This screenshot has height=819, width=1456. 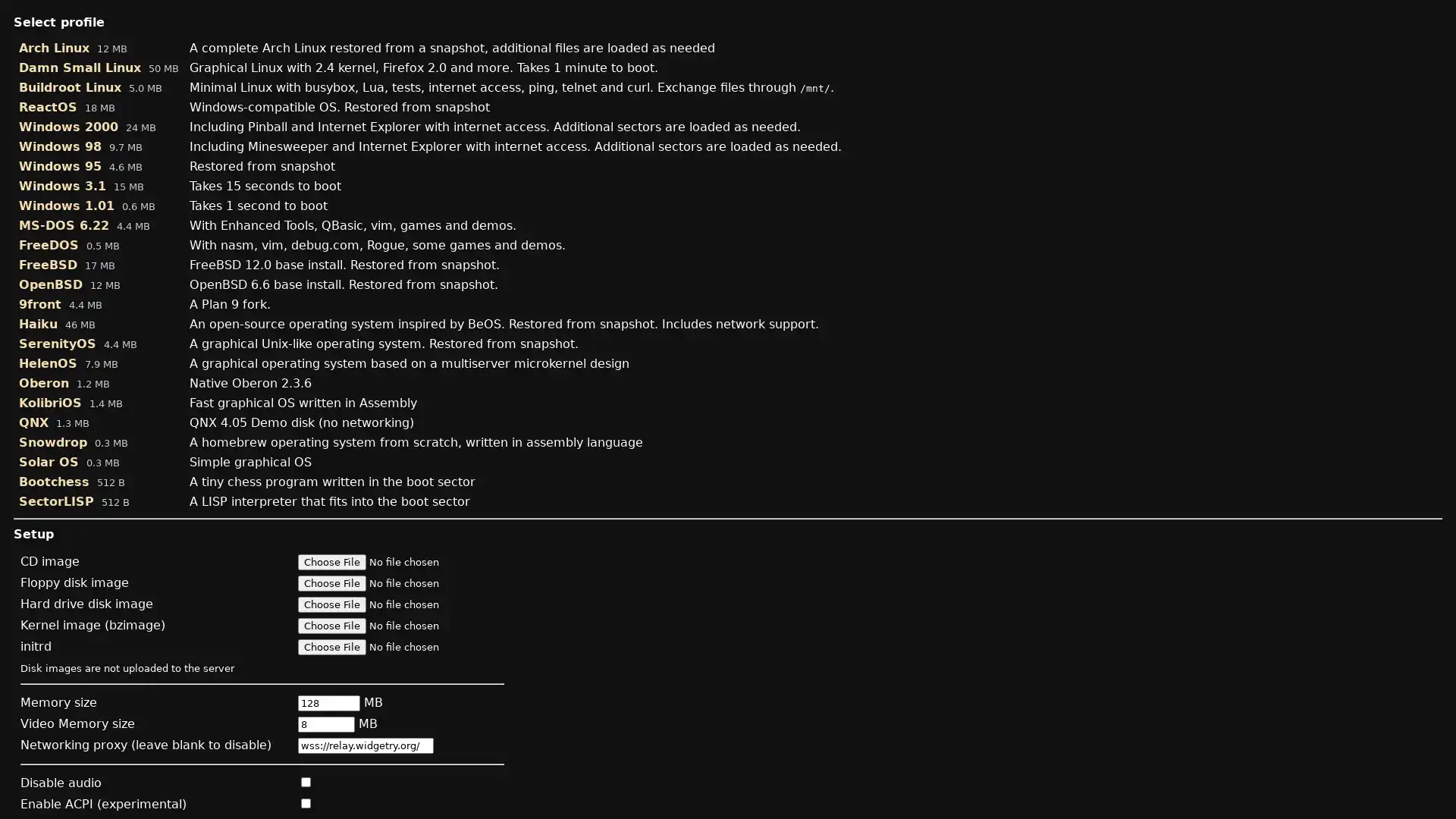 What do you see at coordinates (331, 582) in the screenshot?
I see `Choose File` at bounding box center [331, 582].